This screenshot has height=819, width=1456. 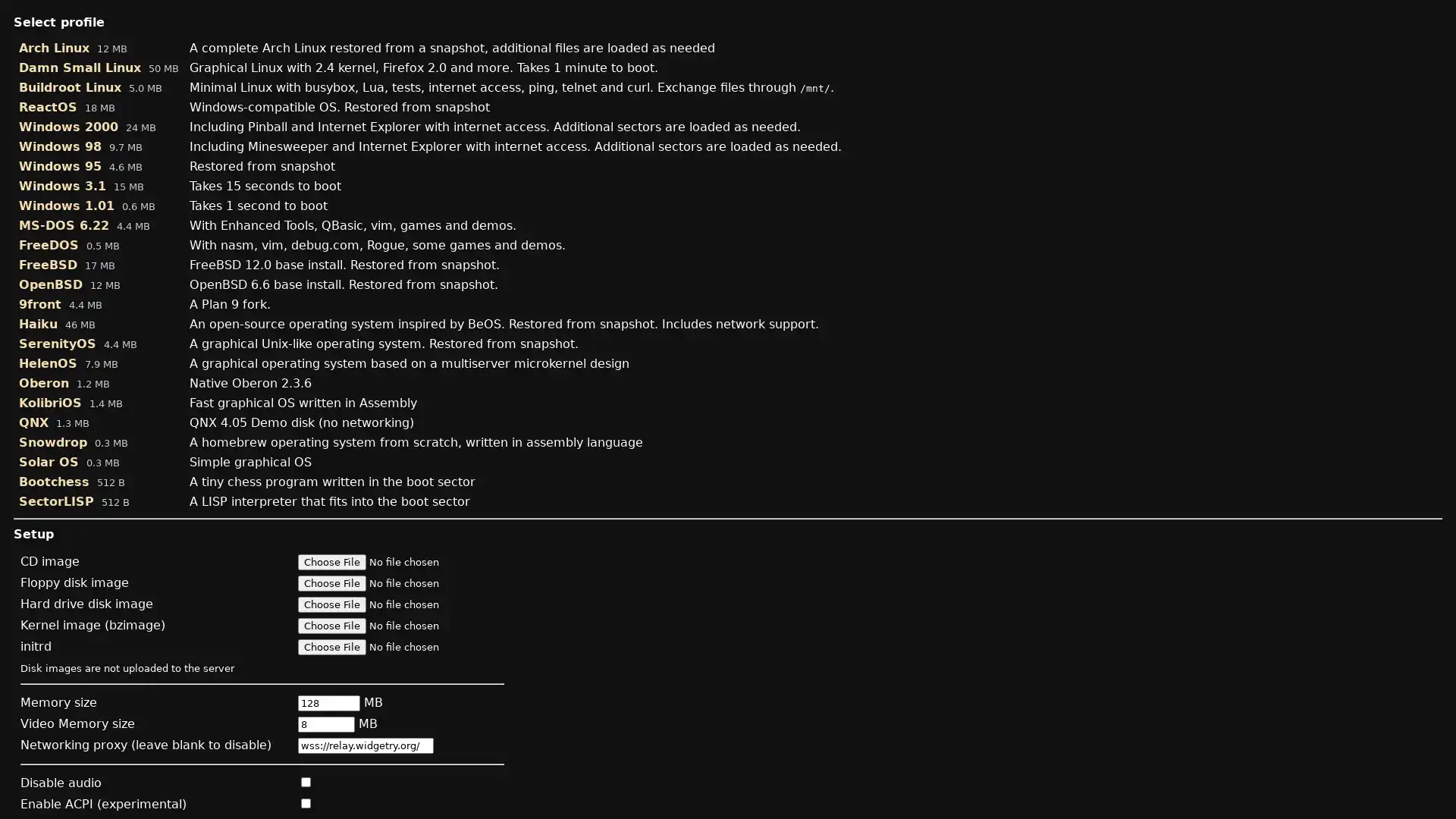 What do you see at coordinates (331, 582) in the screenshot?
I see `Choose File` at bounding box center [331, 582].